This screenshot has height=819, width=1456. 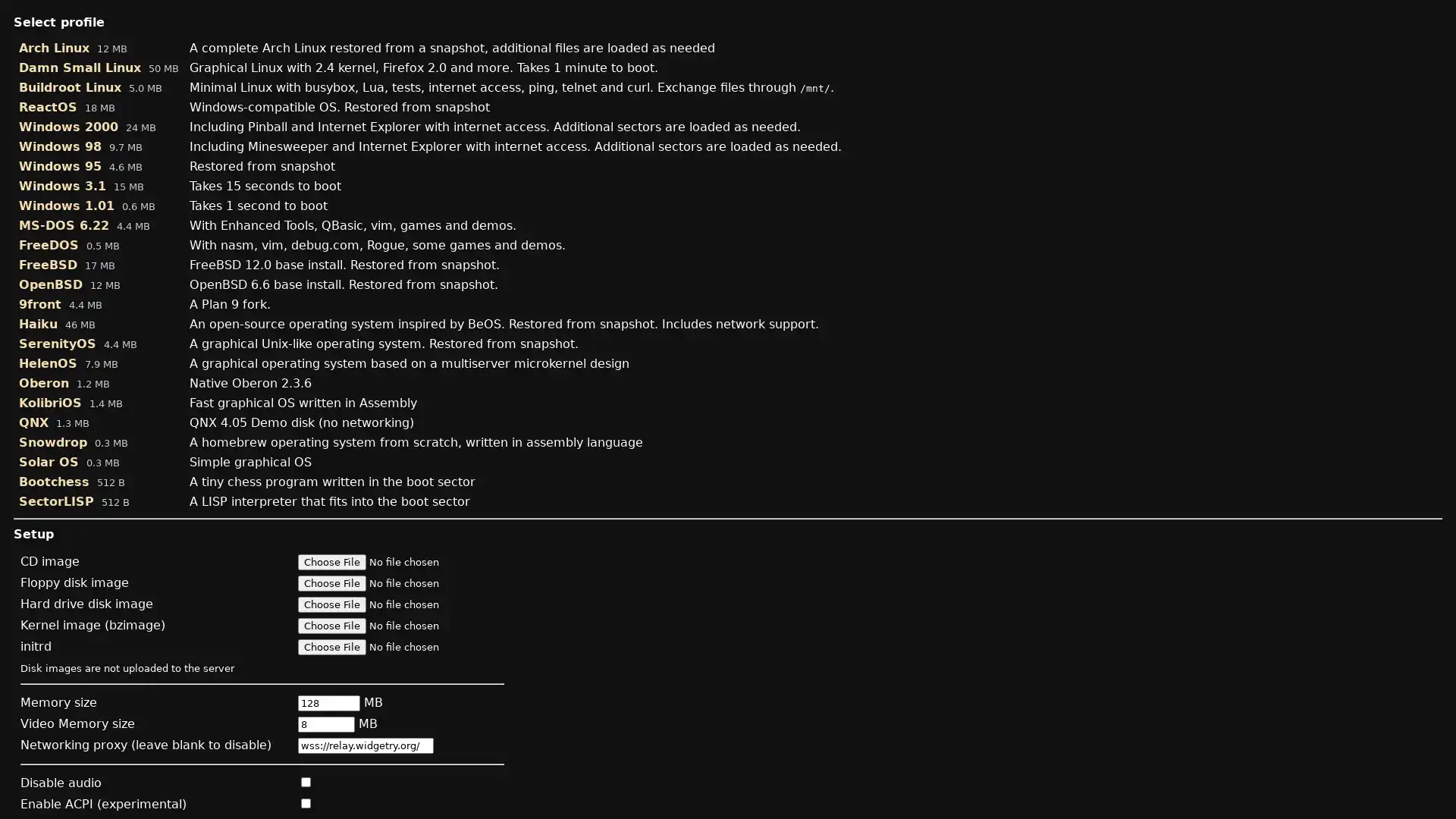 What do you see at coordinates (331, 582) in the screenshot?
I see `Choose File` at bounding box center [331, 582].